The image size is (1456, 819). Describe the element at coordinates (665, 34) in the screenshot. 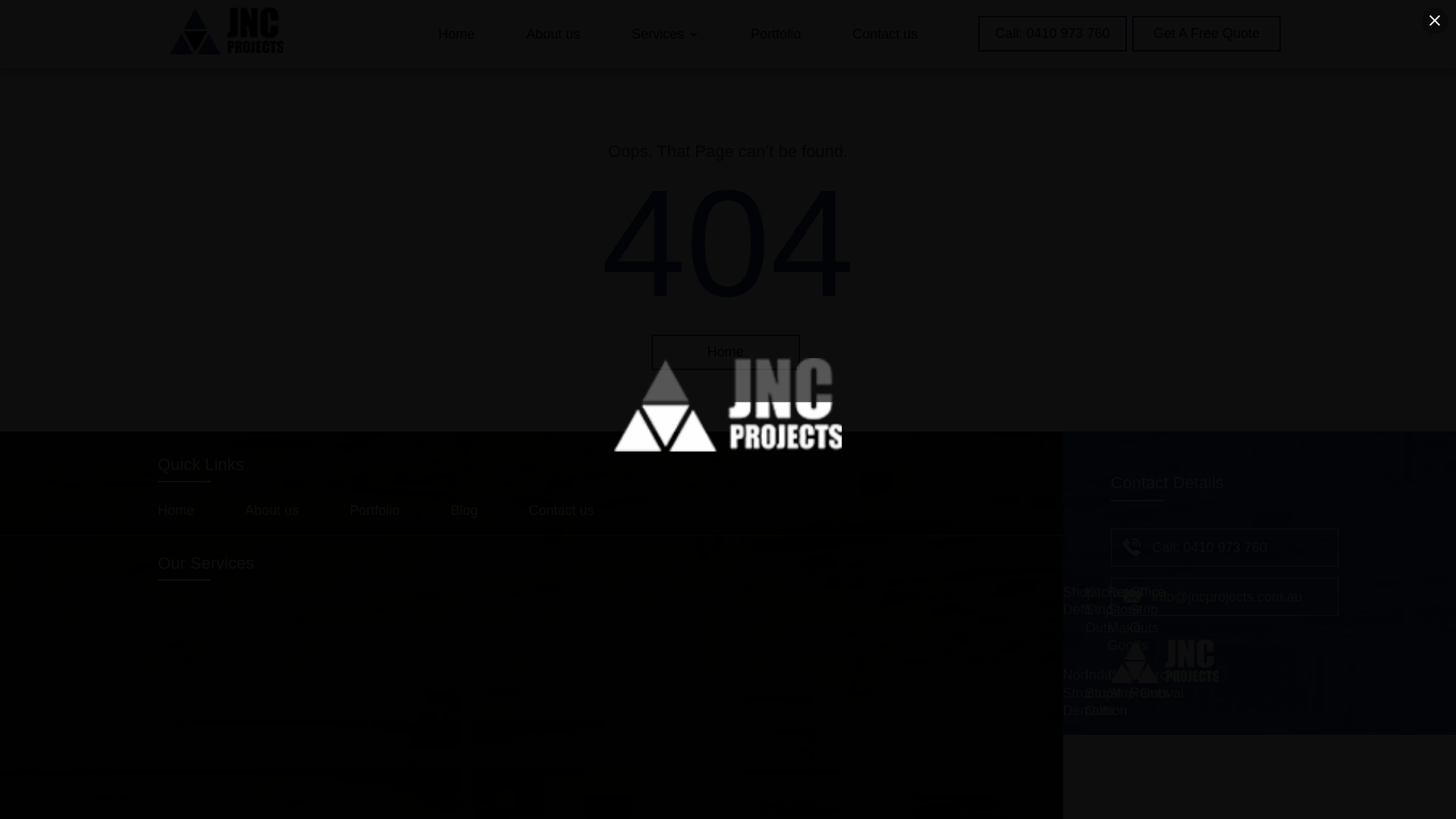

I see `'Services'` at that location.